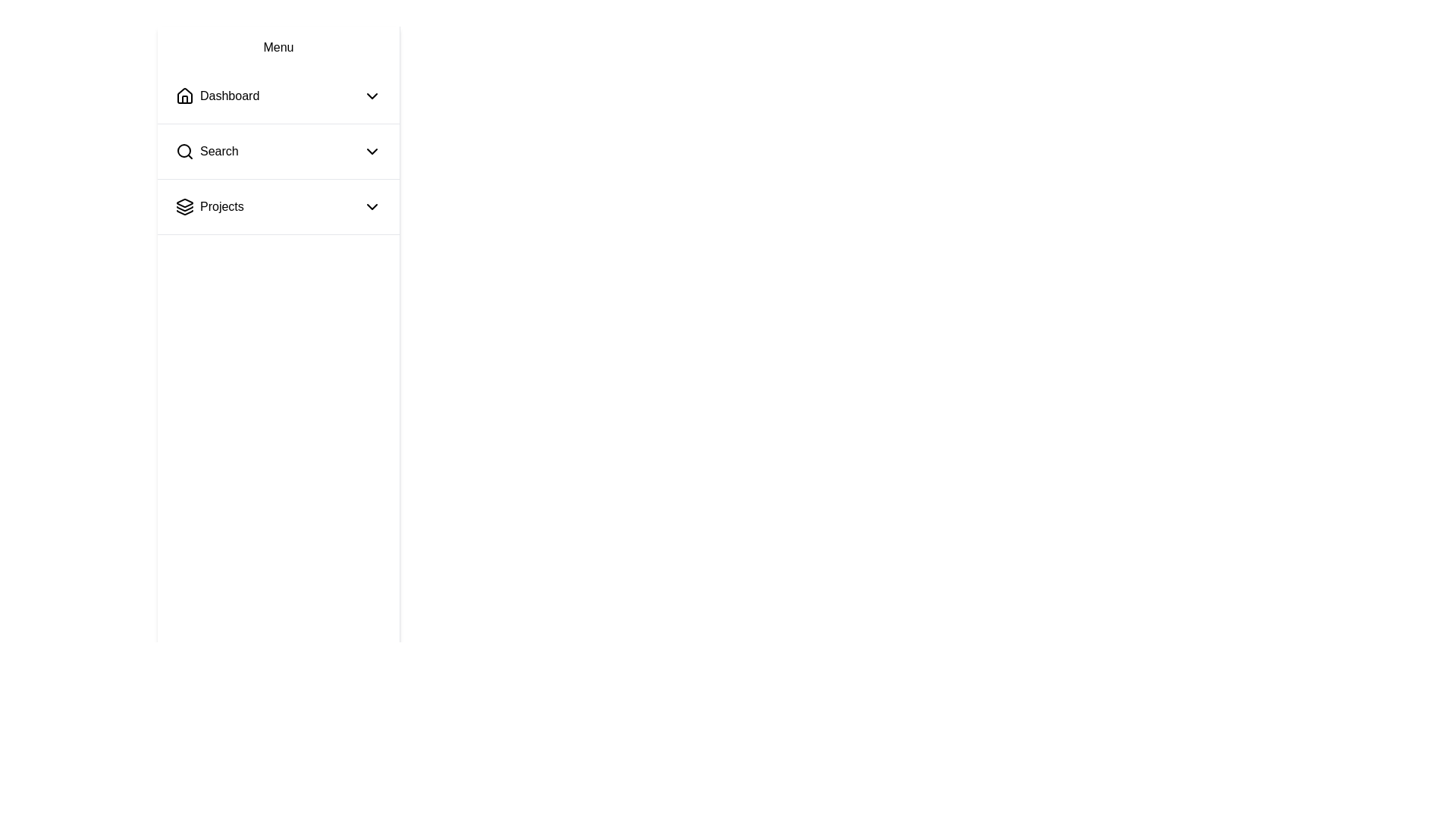 The width and height of the screenshot is (1456, 819). What do you see at coordinates (372, 207) in the screenshot?
I see `the downwards chevron icon` at bounding box center [372, 207].